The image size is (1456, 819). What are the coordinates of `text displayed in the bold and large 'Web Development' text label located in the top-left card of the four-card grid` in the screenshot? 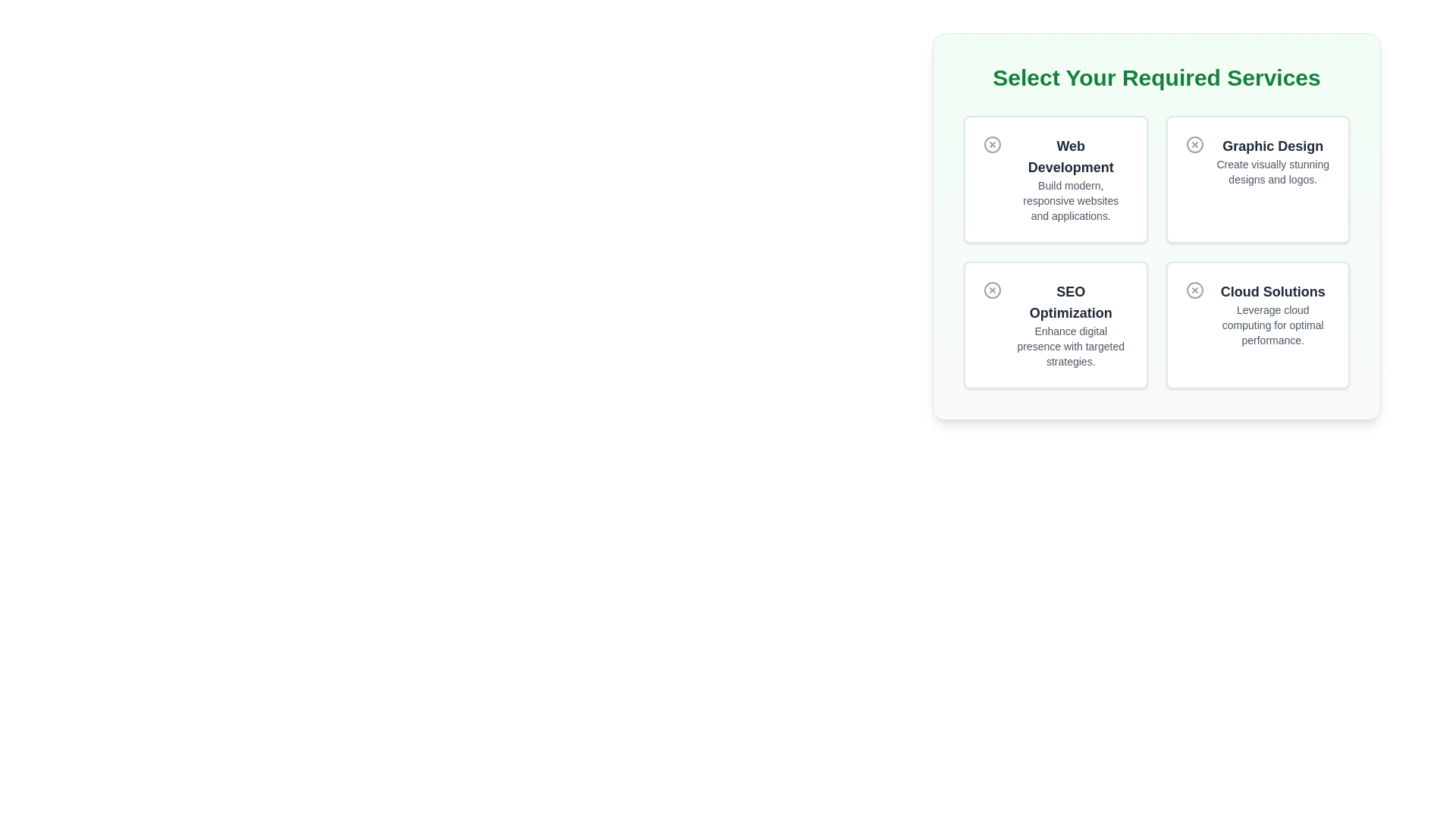 It's located at (1070, 157).